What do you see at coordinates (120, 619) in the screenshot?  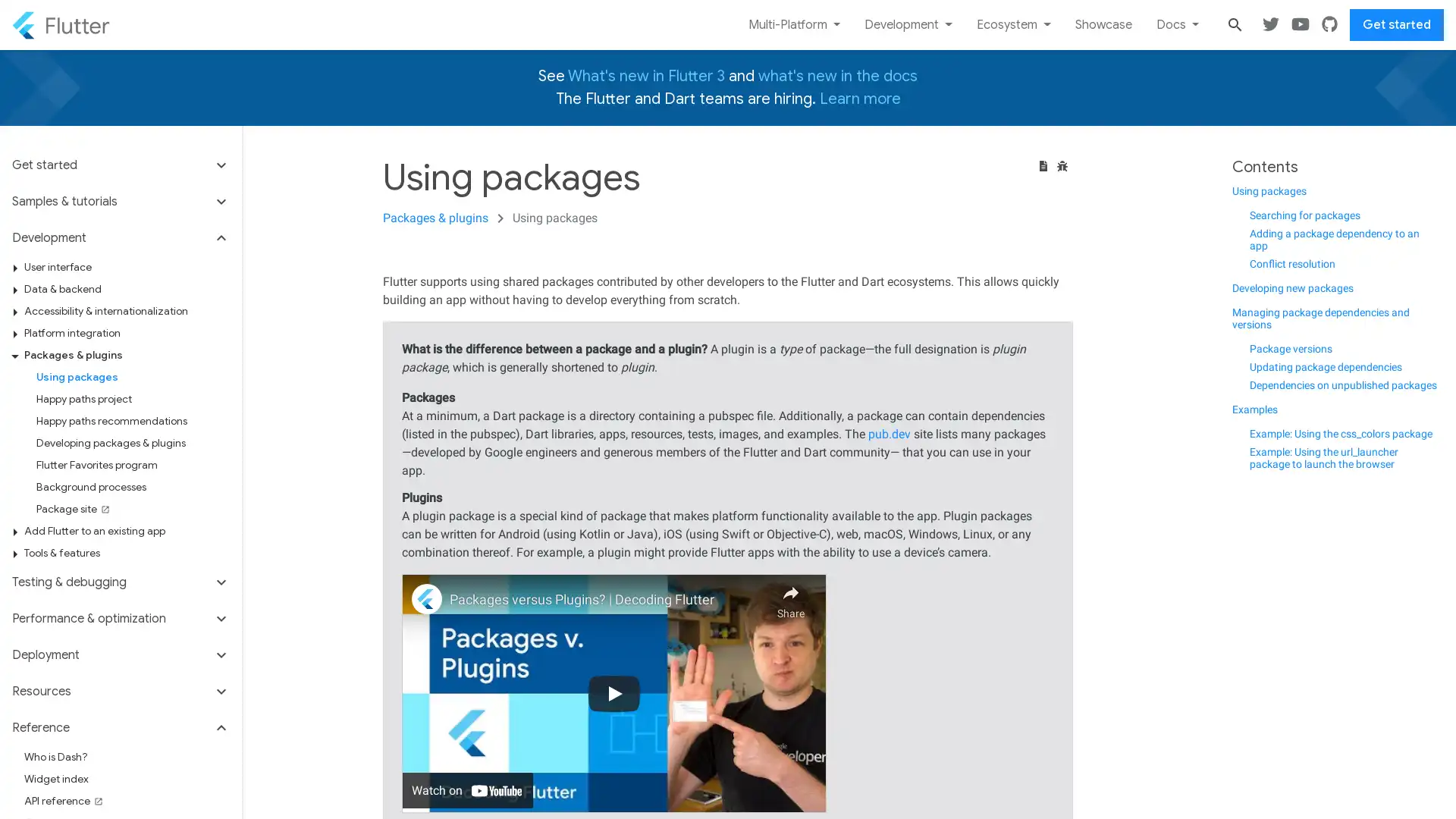 I see `Performance & optimization keyboard_arrow_down` at bounding box center [120, 619].